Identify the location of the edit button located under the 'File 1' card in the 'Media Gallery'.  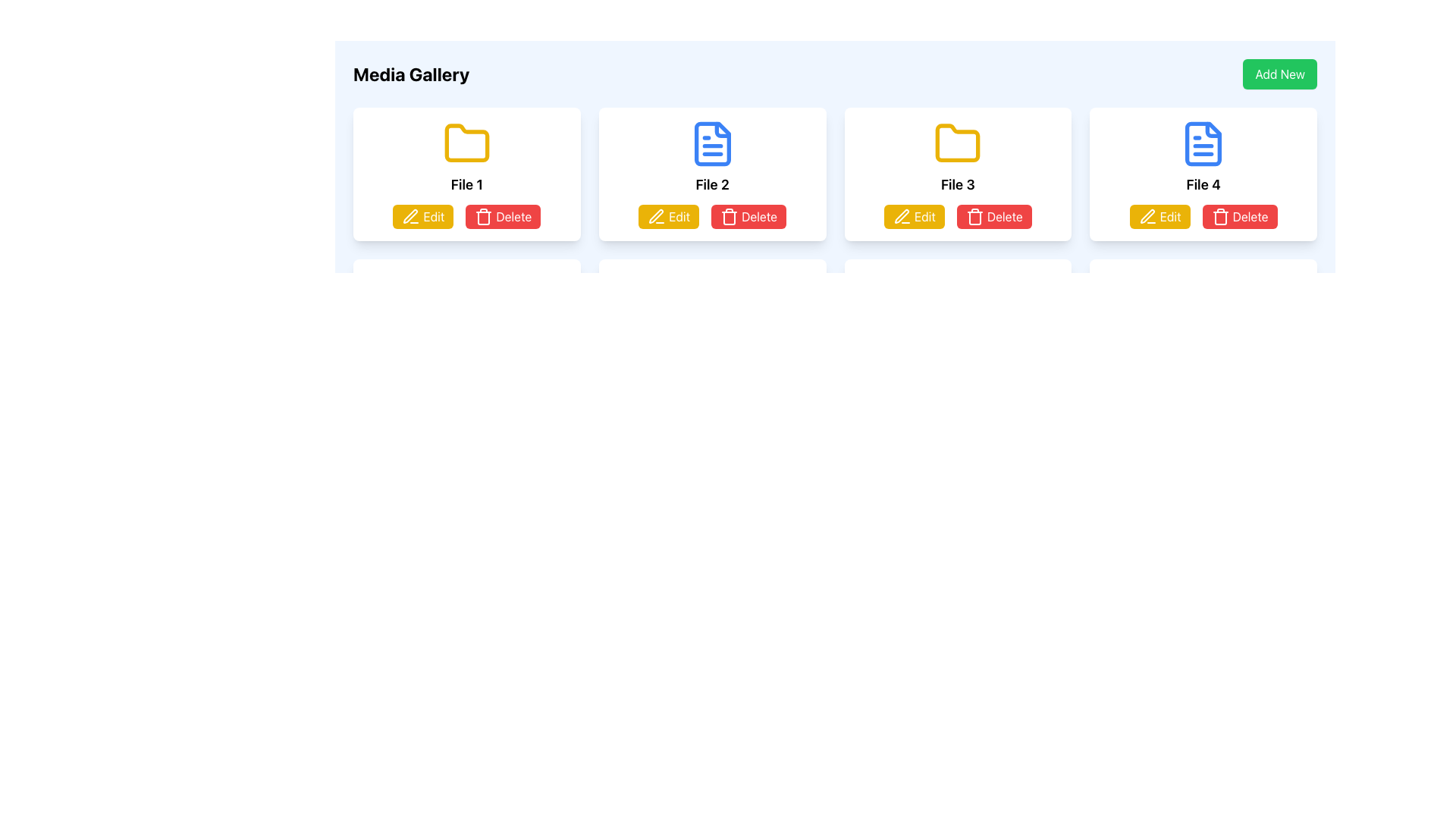
(423, 216).